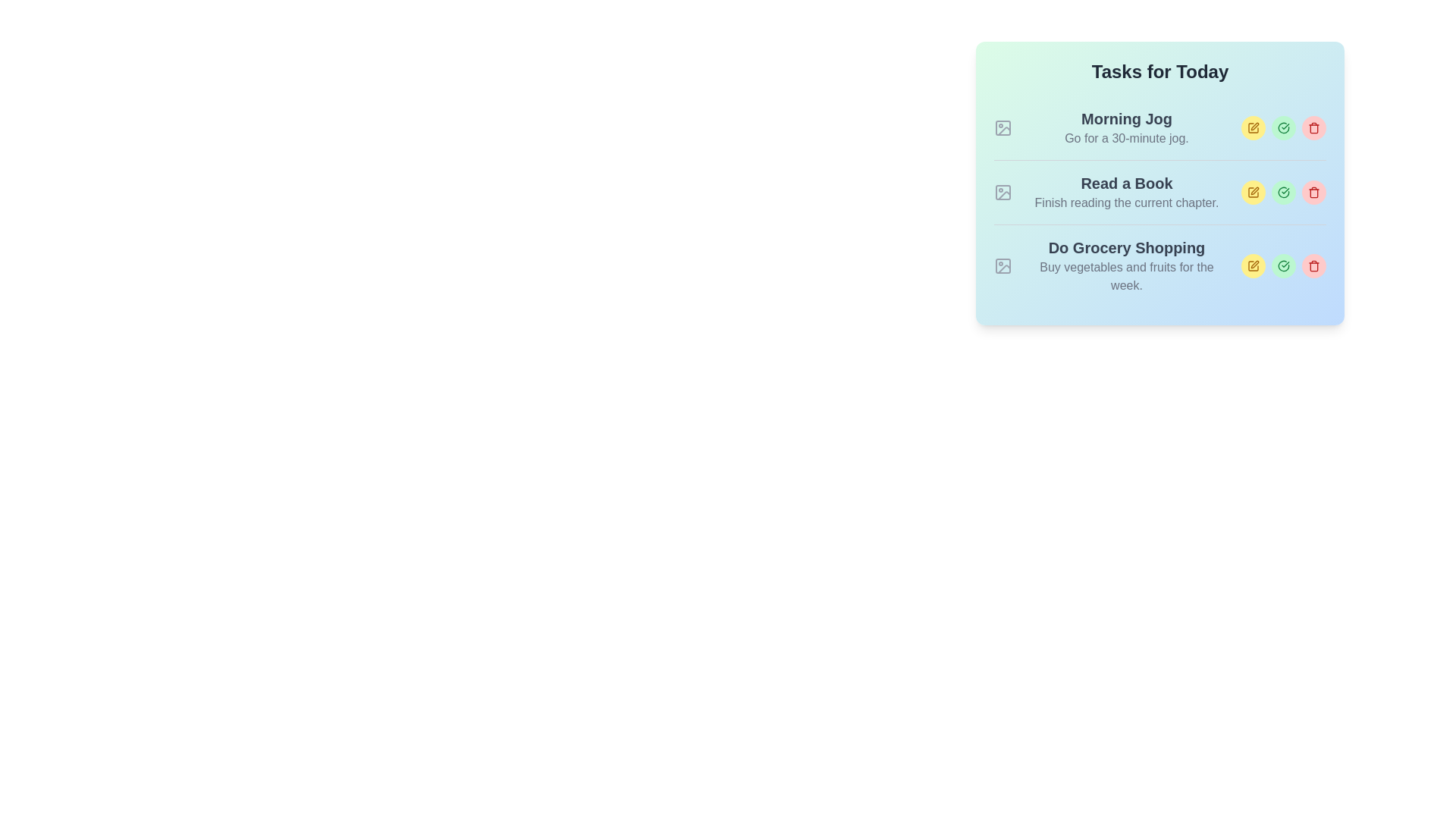 Image resolution: width=1456 pixels, height=819 pixels. Describe the element at coordinates (1283, 192) in the screenshot. I see `the button marked with a checkmark icon, which is the third button in the action buttons row next to the 'Read a Book' task entry, to observe the hover color change` at that location.